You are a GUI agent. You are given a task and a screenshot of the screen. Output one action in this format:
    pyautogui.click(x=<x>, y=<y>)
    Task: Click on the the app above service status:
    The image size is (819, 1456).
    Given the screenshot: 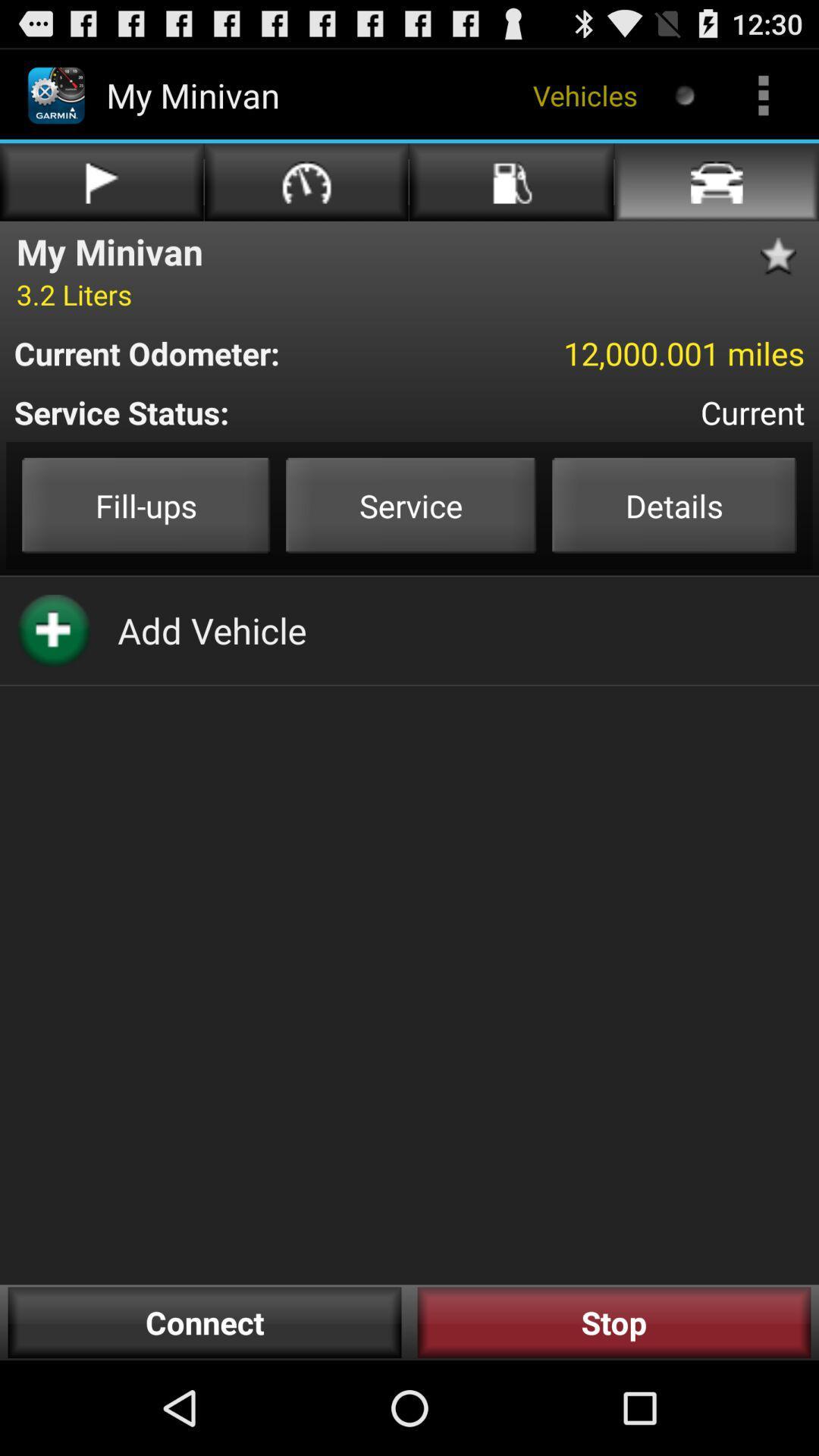 What is the action you would take?
    pyautogui.click(x=612, y=352)
    